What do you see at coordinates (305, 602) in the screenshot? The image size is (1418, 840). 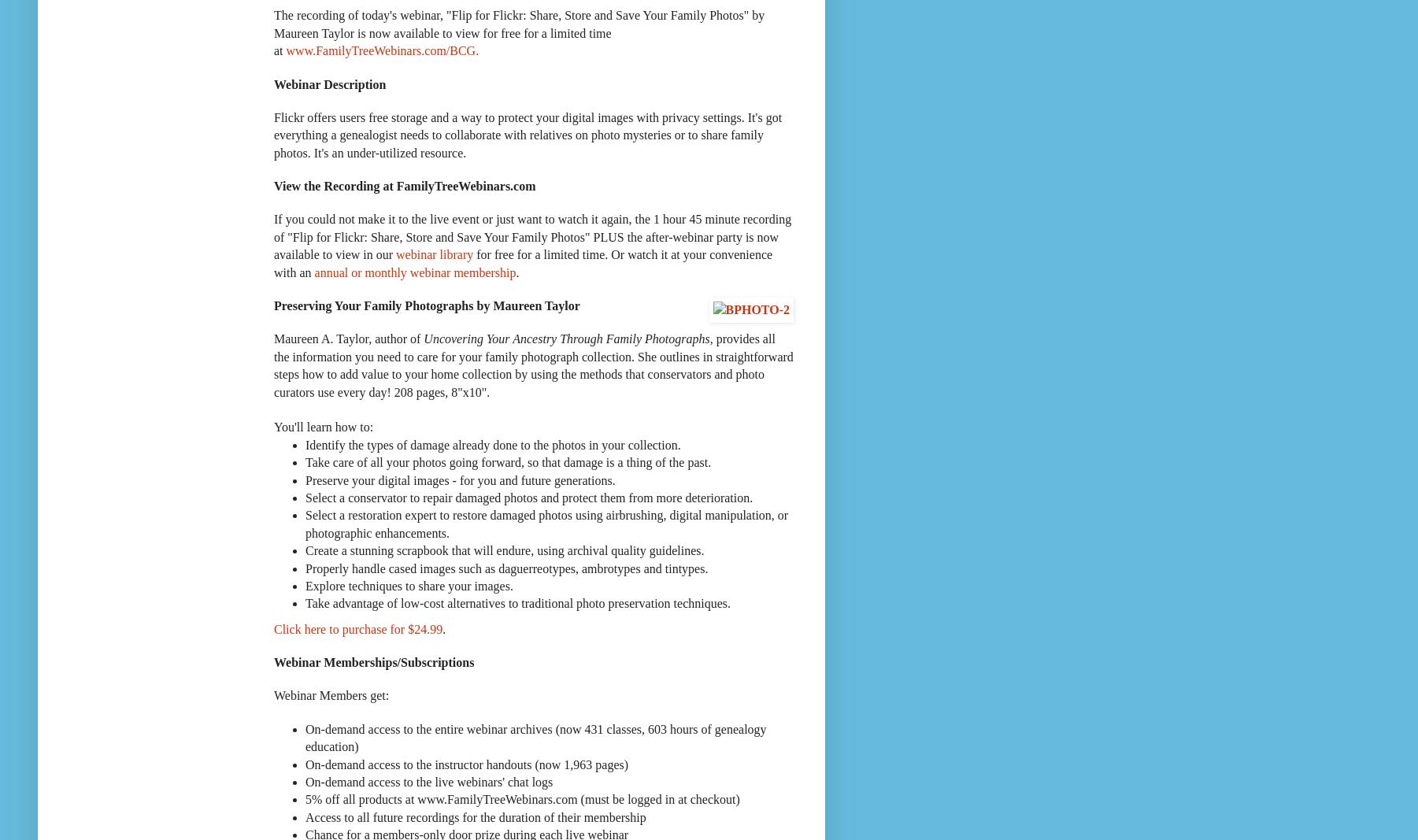 I see `'Take advantage of low-cost alternatives to traditional photo preservation techniques.'` at bounding box center [305, 602].